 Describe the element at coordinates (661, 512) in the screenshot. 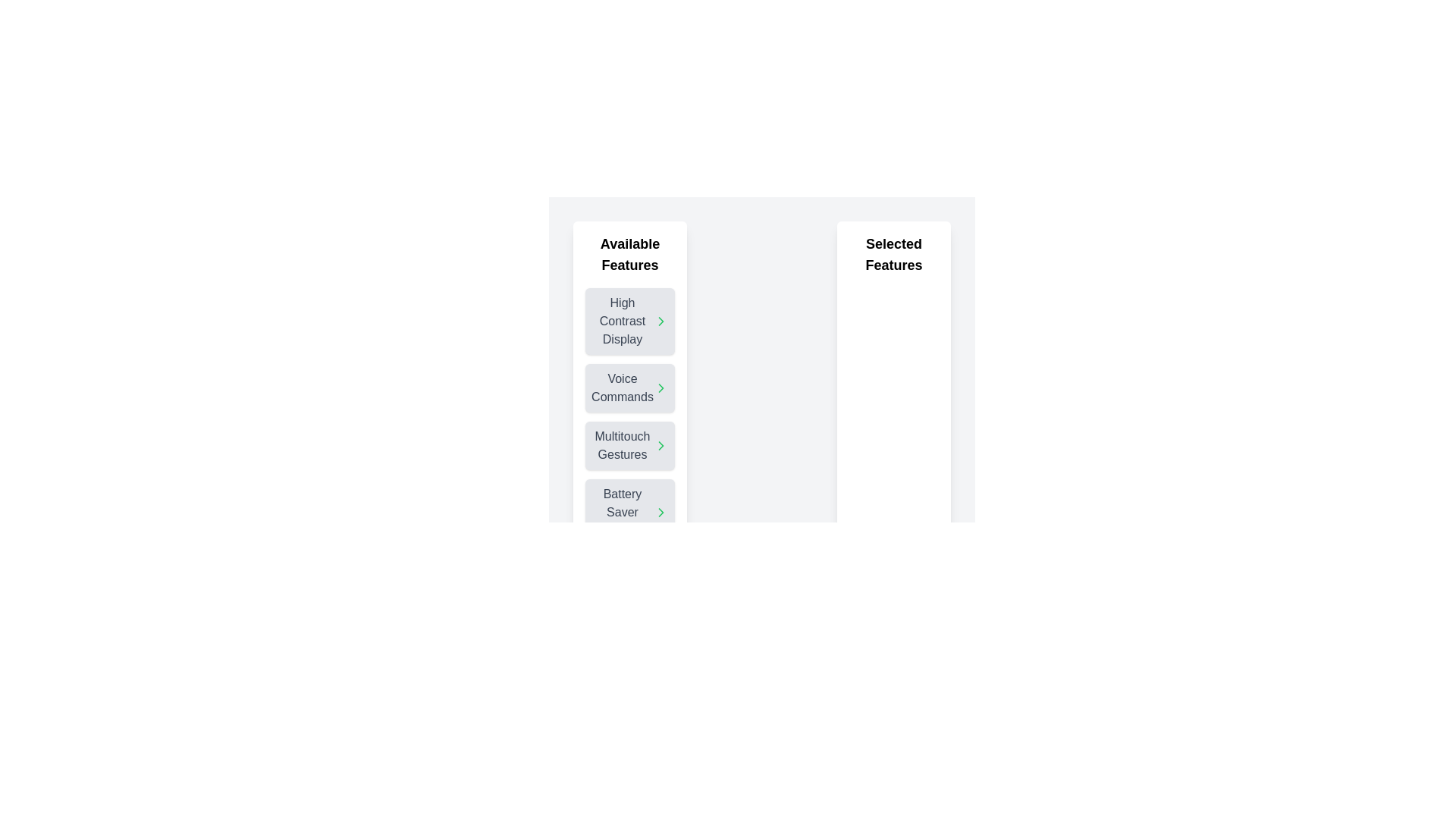

I see `the transfer button for the item 'Battery Saver Mode' in the available features list to move it to the selected features list` at that location.